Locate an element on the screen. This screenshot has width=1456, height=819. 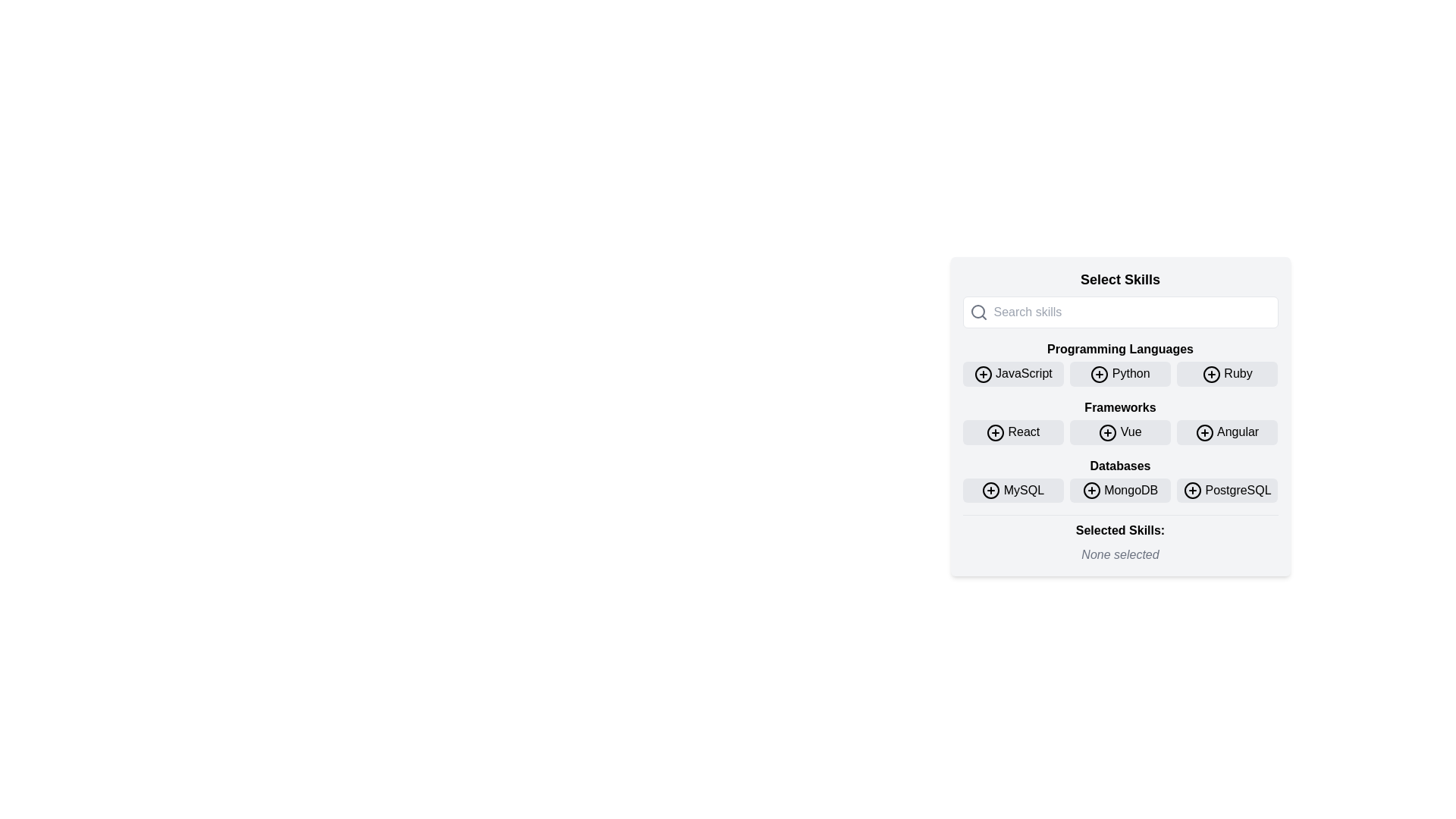
the central circle component of the search icon, which indicates the search functionality is located at coordinates (977, 311).